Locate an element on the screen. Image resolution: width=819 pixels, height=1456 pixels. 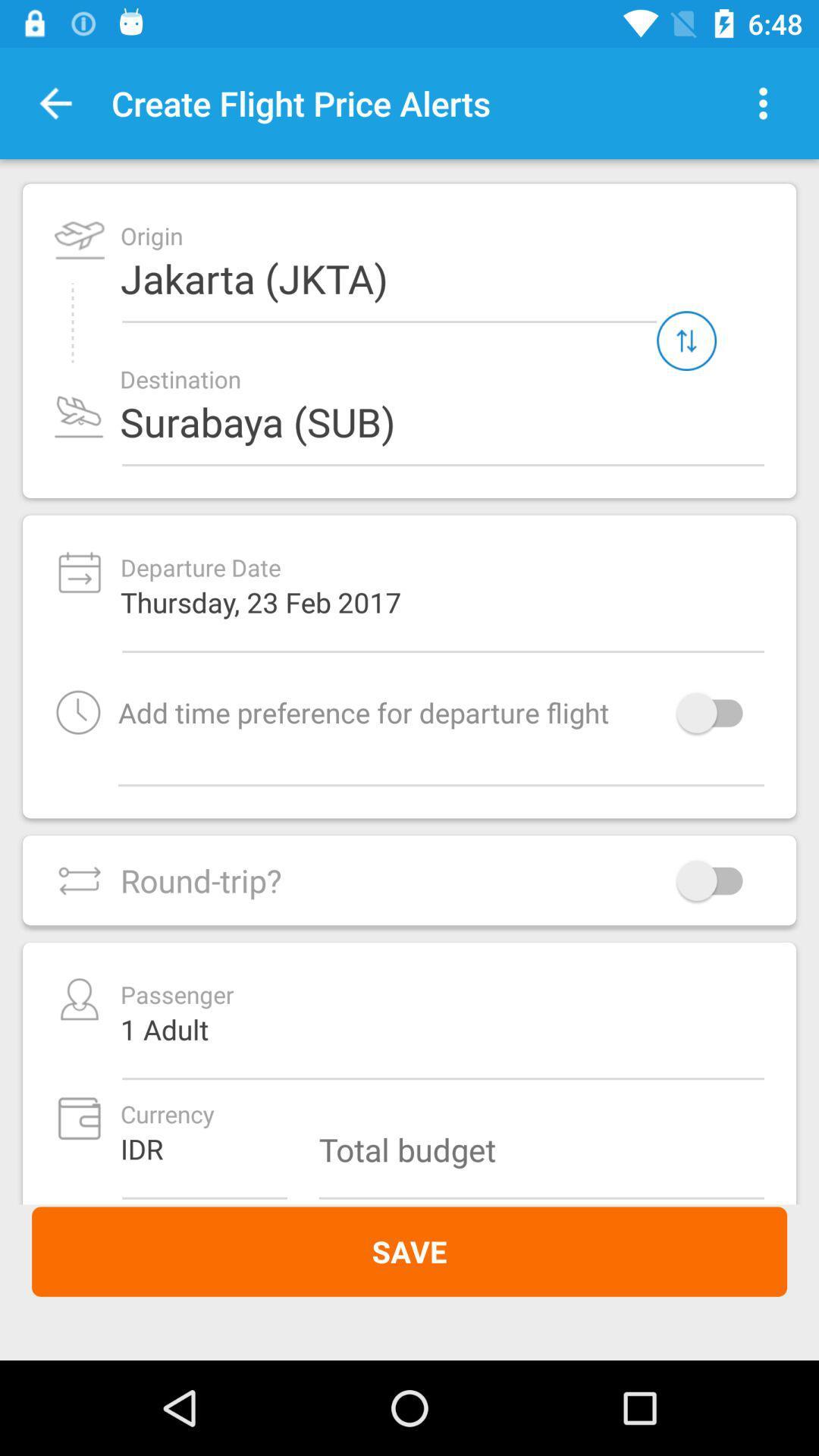
the icon above the jakarta (jkta) item is located at coordinates (763, 102).